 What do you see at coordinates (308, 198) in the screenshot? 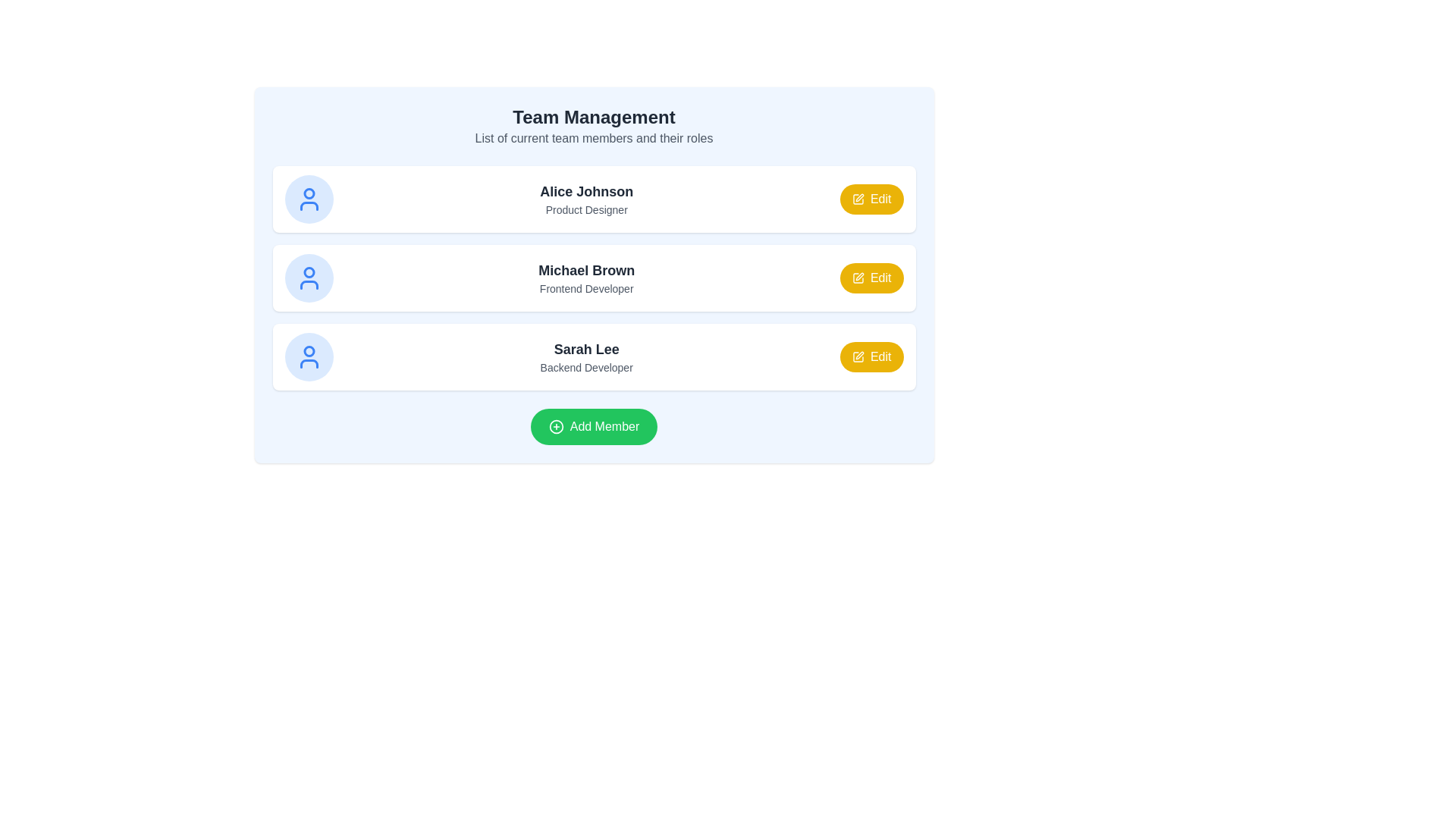
I see `the user avatar icon with a blue outline, positioned at the start of the team members list next to 'Alice Johnson', a Product Designer` at bounding box center [308, 198].